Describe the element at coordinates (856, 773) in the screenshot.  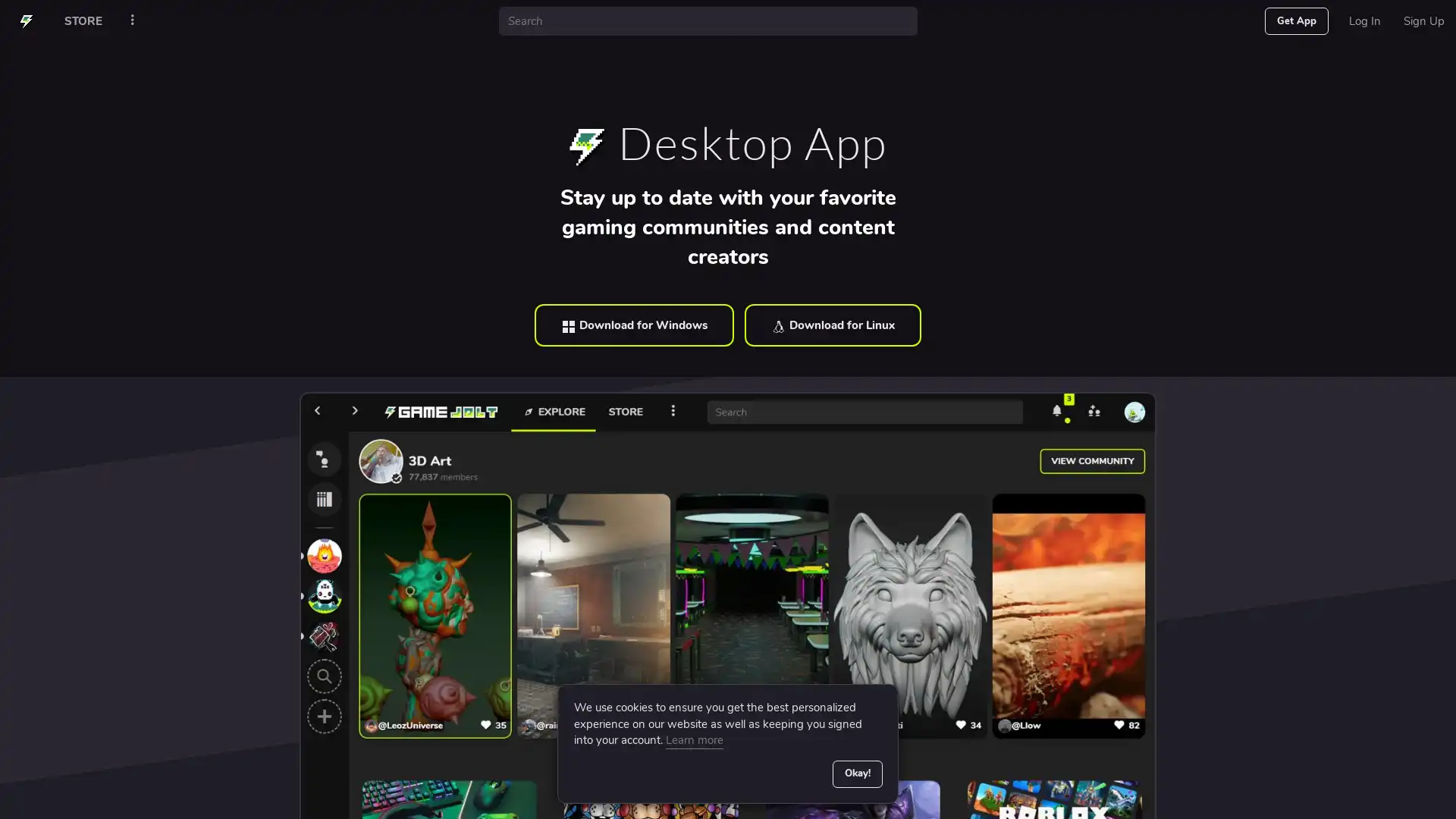
I see `Okay!` at that location.